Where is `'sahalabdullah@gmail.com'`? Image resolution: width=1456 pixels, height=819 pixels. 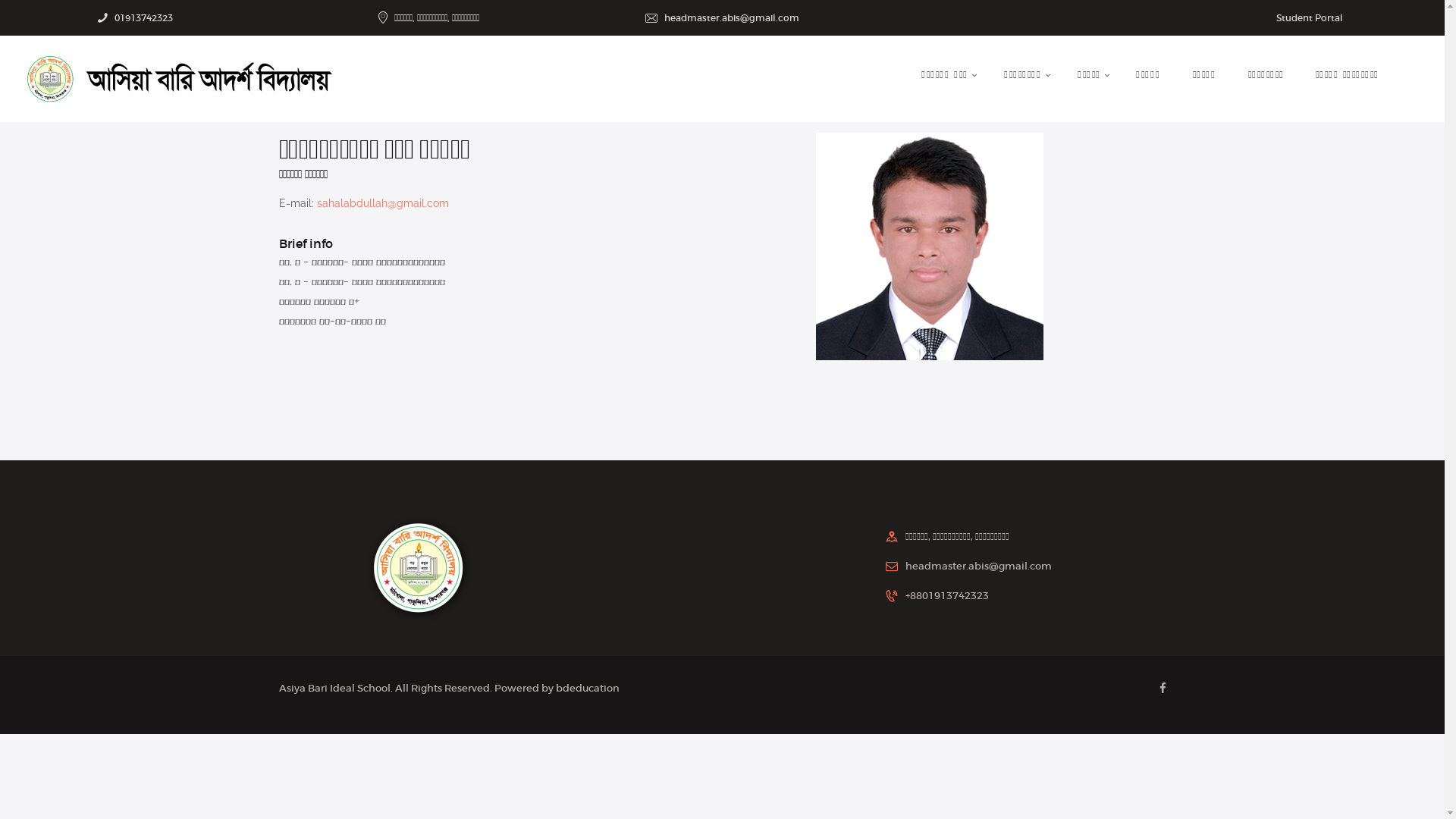 'sahalabdullah@gmail.com' is located at coordinates (382, 202).